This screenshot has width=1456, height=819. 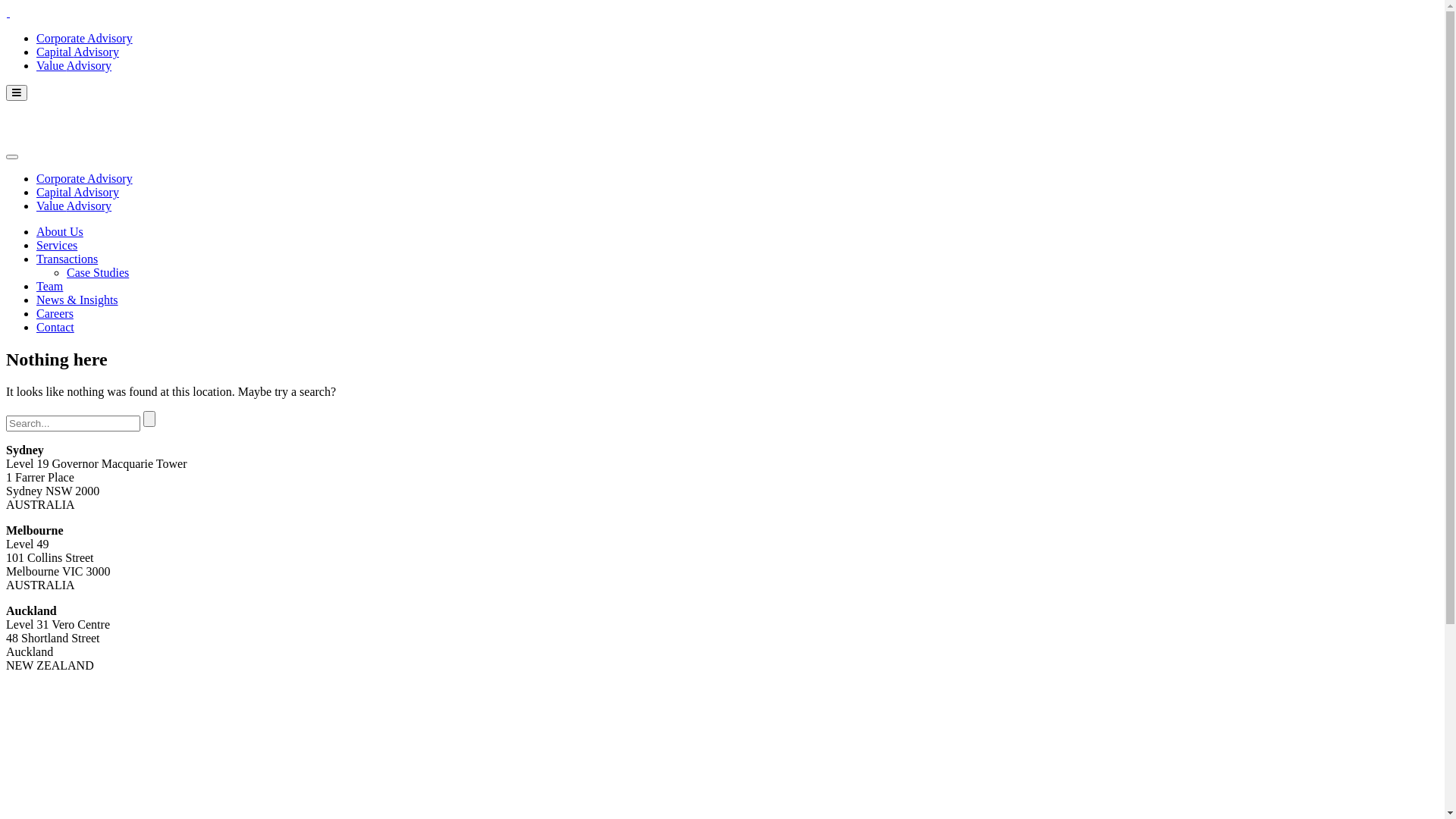 What do you see at coordinates (66, 258) in the screenshot?
I see `'Transactions'` at bounding box center [66, 258].